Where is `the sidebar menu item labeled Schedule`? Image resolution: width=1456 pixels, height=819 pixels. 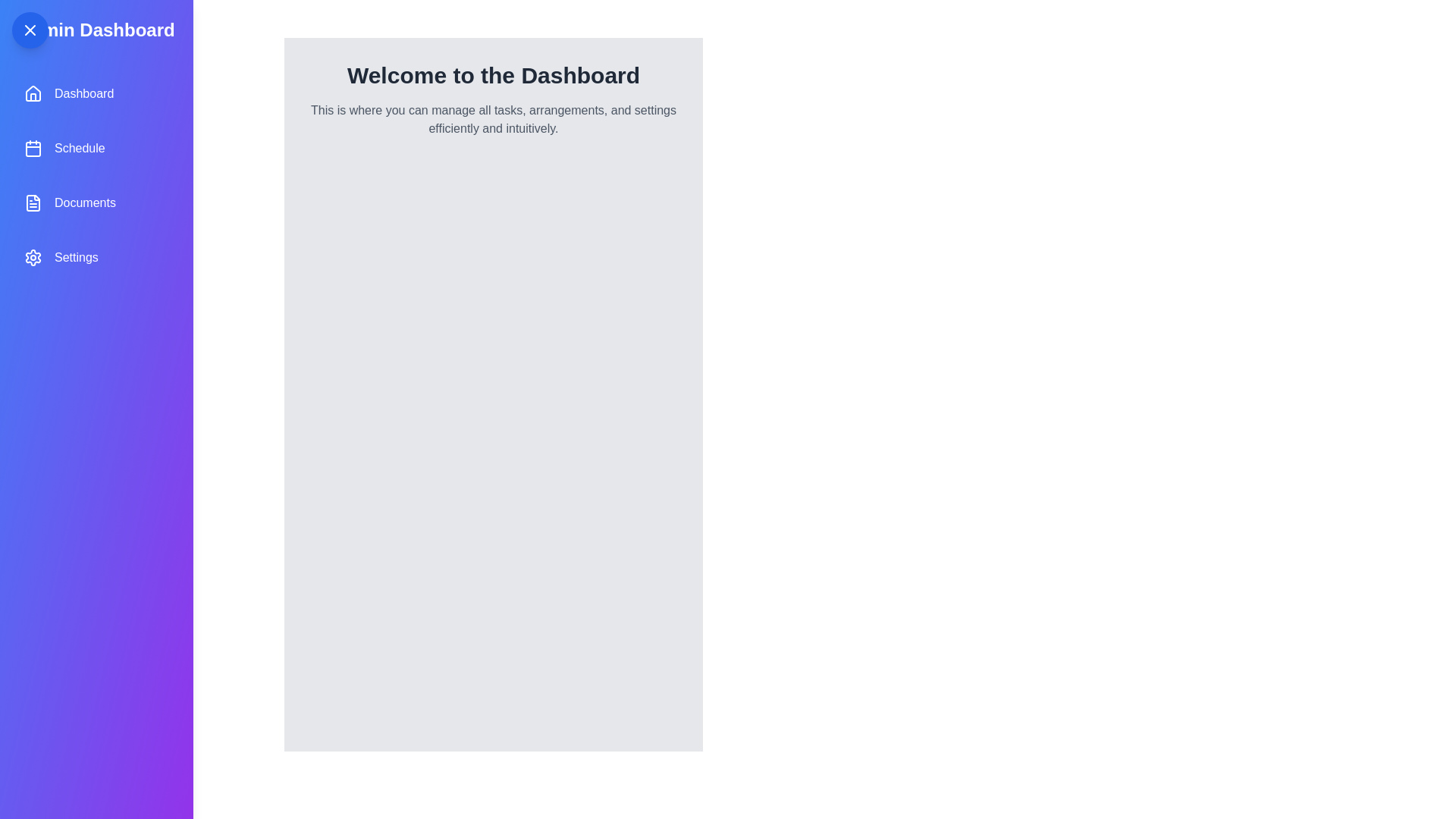 the sidebar menu item labeled Schedule is located at coordinates (95, 149).